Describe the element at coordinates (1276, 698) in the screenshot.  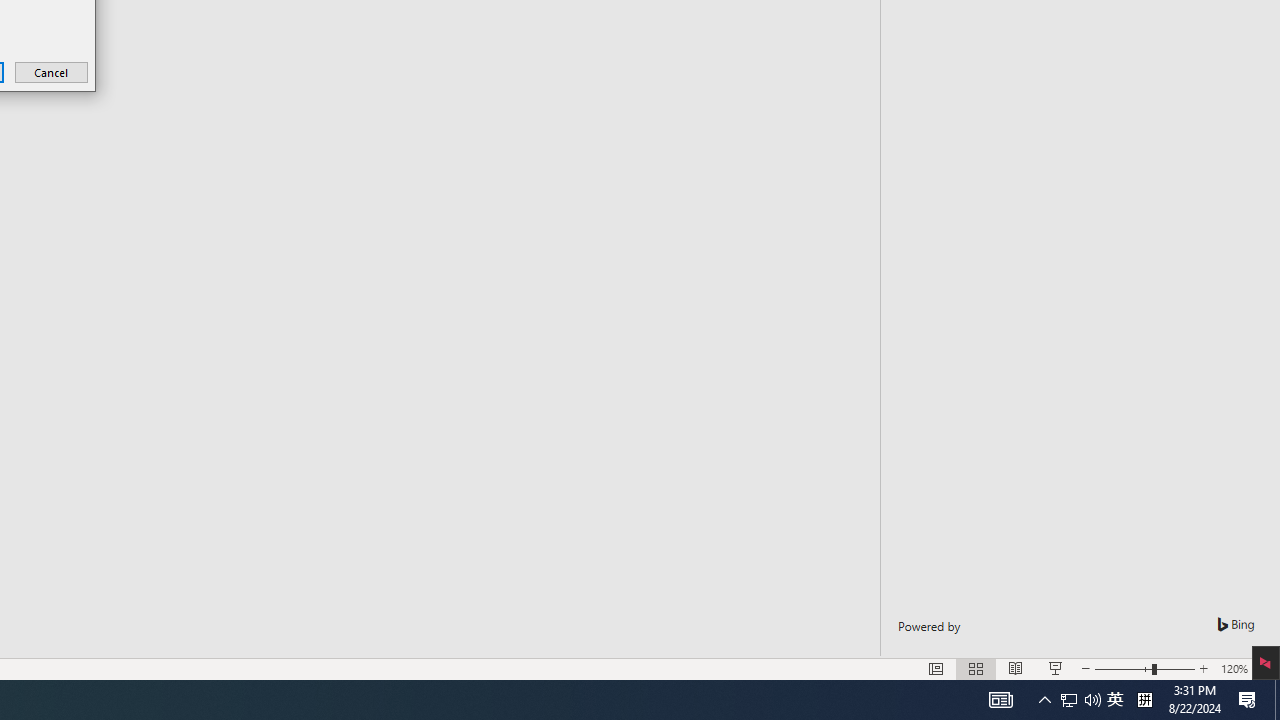
I see `'Show desktop'` at that location.